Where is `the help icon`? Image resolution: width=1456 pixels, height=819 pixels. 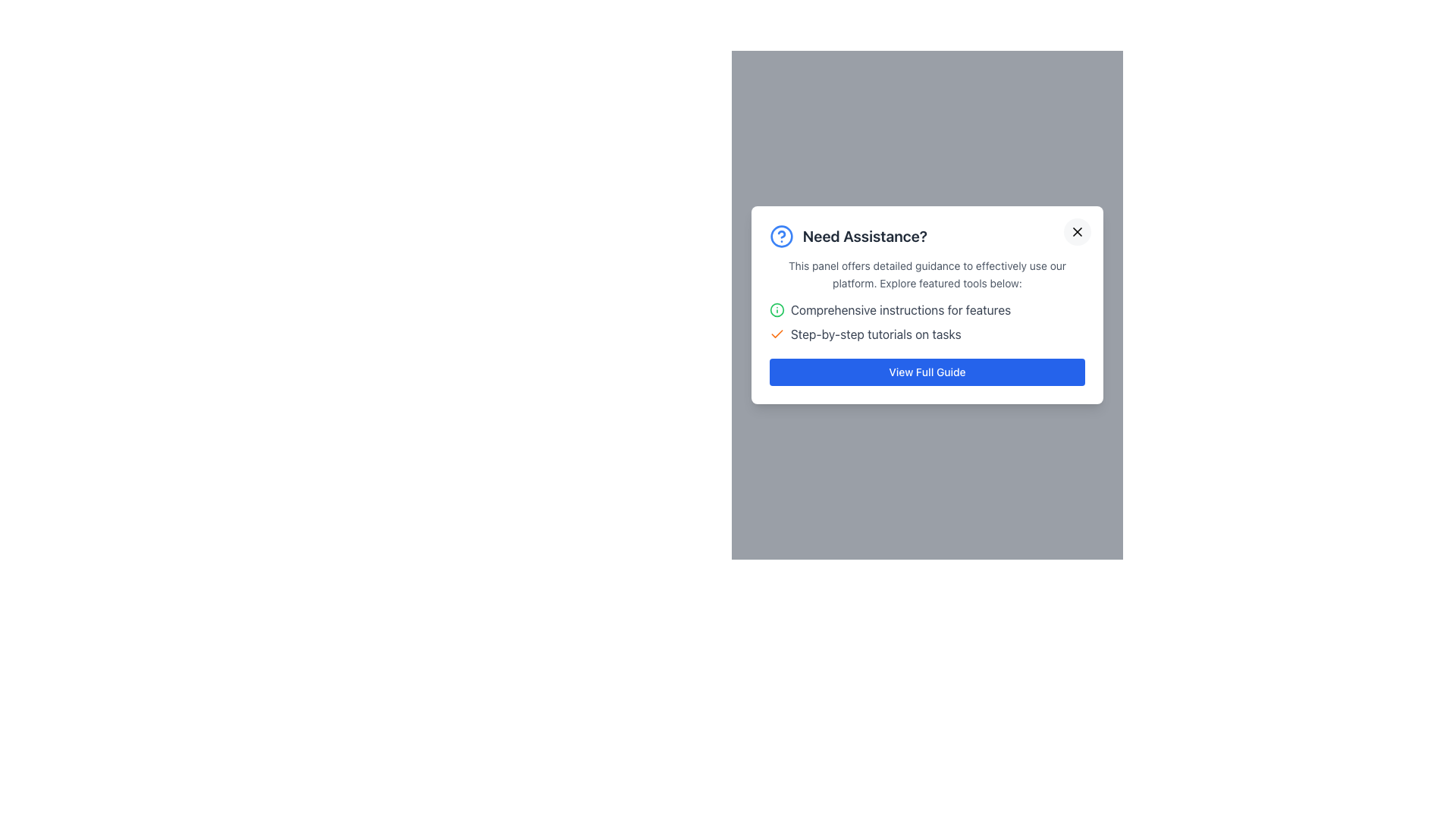 the help icon is located at coordinates (781, 236).